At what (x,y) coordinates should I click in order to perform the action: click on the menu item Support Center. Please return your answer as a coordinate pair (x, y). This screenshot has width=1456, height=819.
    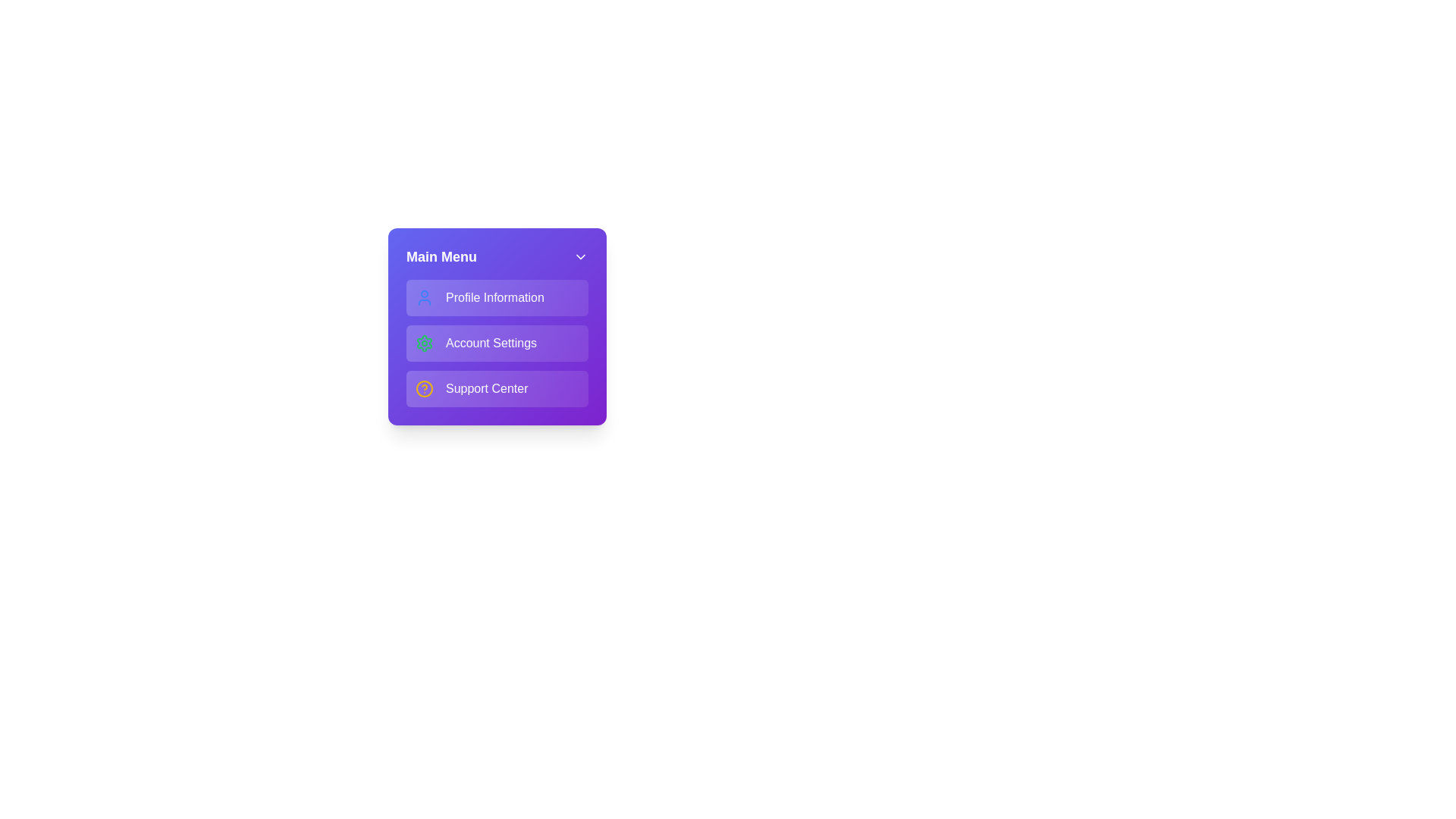
    Looking at the image, I should click on (497, 388).